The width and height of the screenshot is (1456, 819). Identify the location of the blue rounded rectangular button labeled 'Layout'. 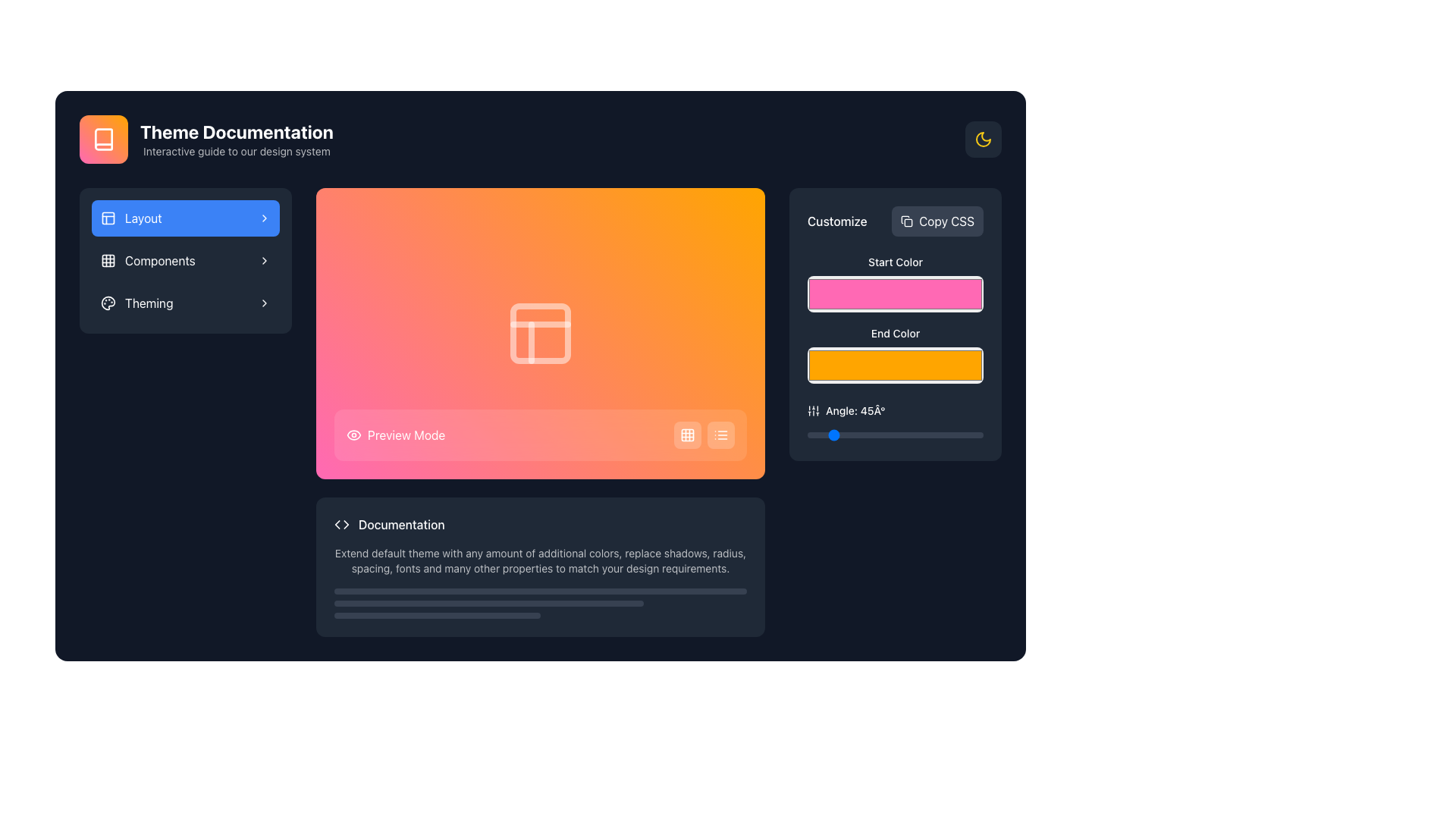
(184, 218).